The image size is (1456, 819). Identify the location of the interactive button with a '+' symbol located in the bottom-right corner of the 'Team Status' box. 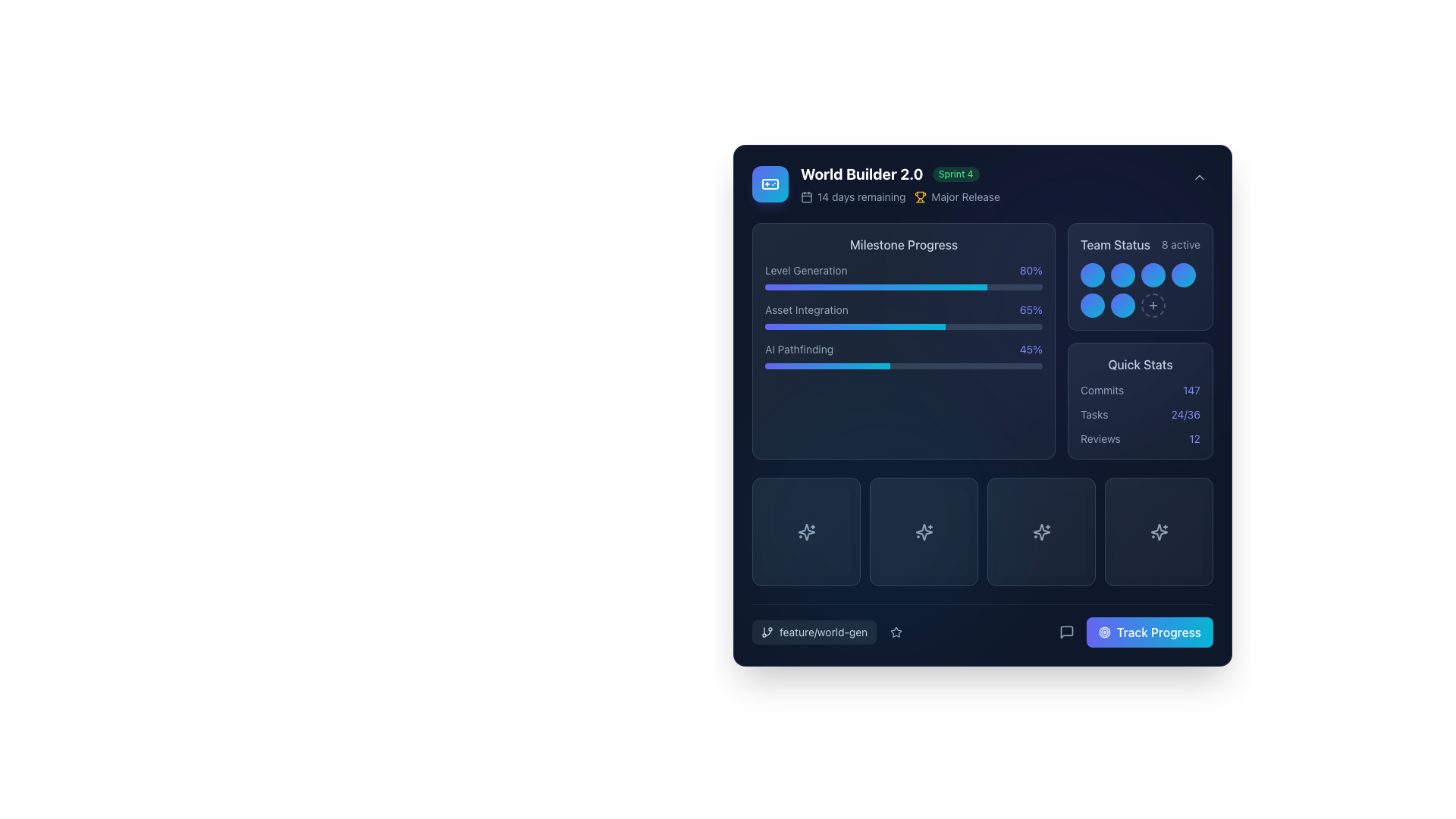
(1140, 290).